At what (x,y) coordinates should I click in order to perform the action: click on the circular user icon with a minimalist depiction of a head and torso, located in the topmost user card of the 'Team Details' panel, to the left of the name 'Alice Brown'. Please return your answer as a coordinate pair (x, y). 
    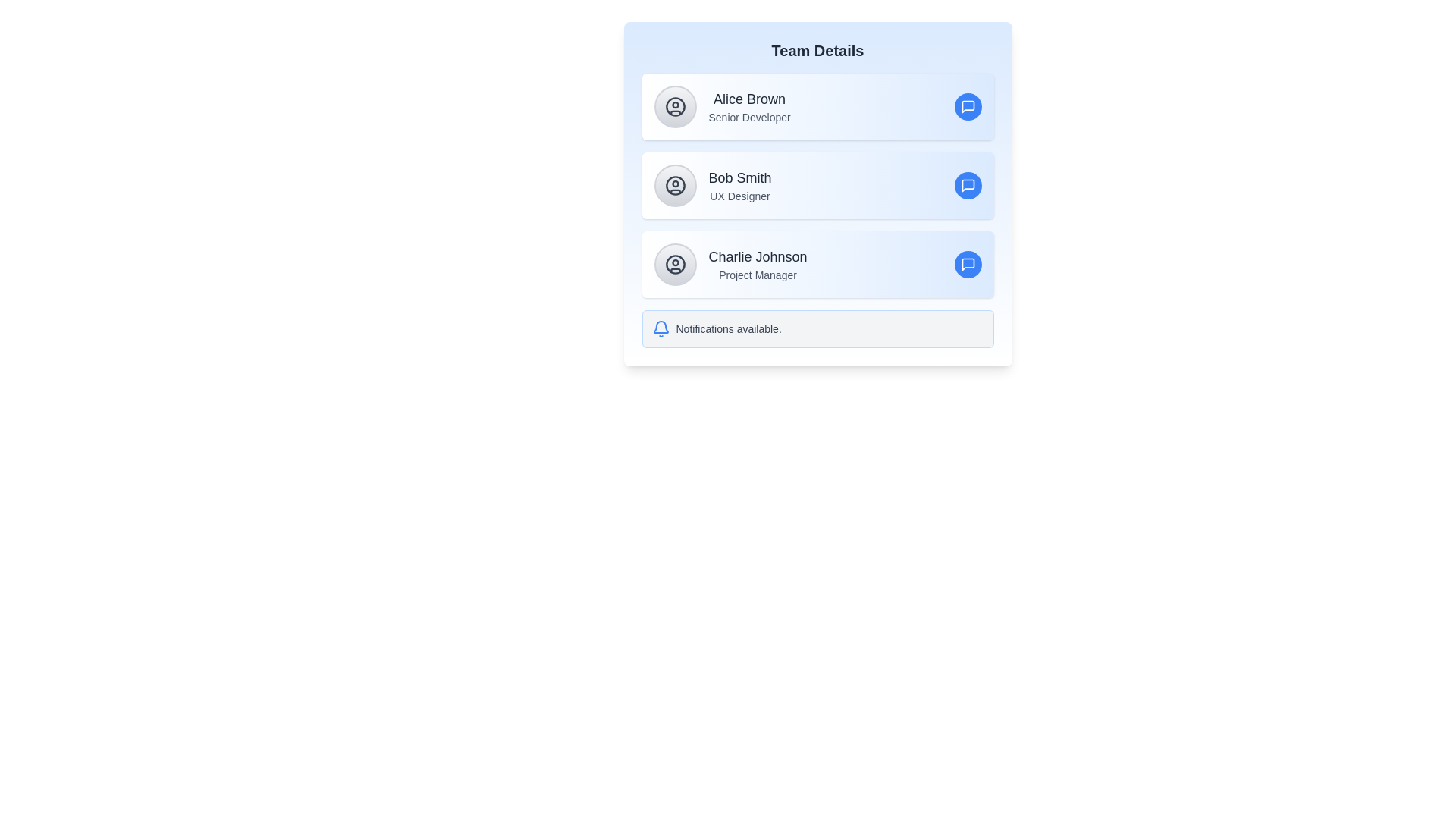
    Looking at the image, I should click on (674, 106).